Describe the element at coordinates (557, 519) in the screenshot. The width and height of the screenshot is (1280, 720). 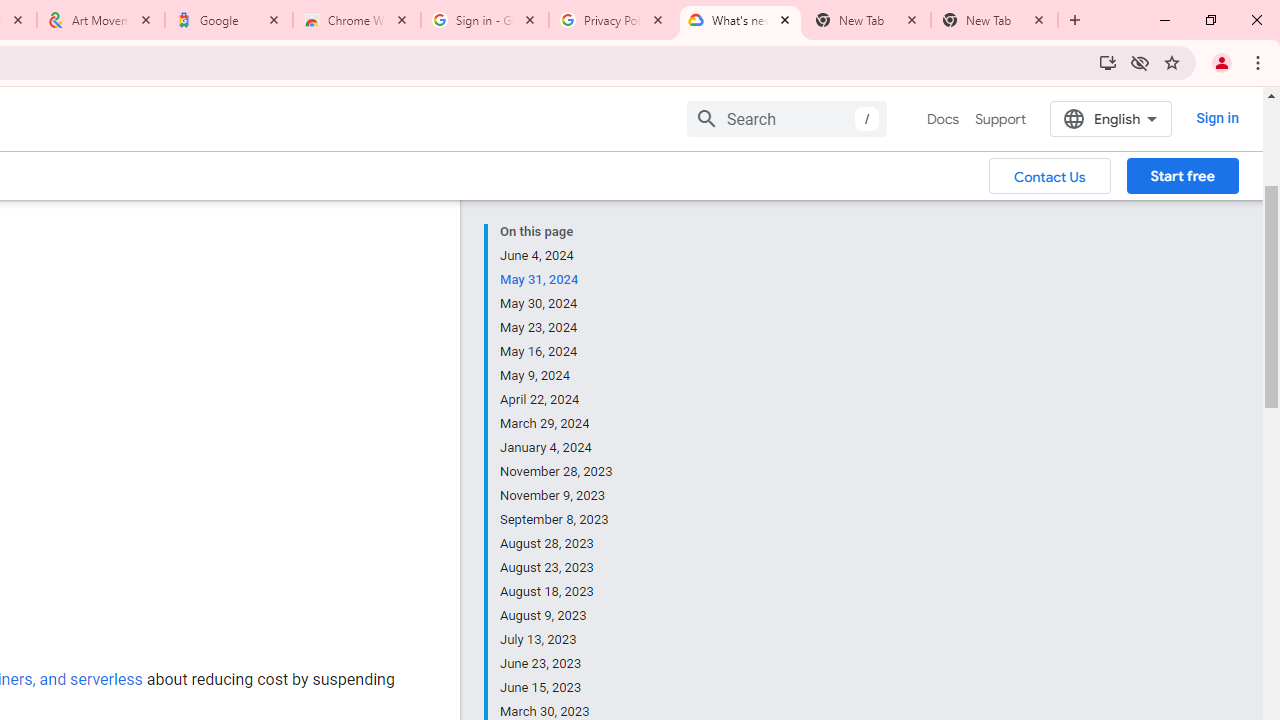
I see `'September 8, 2023'` at that location.